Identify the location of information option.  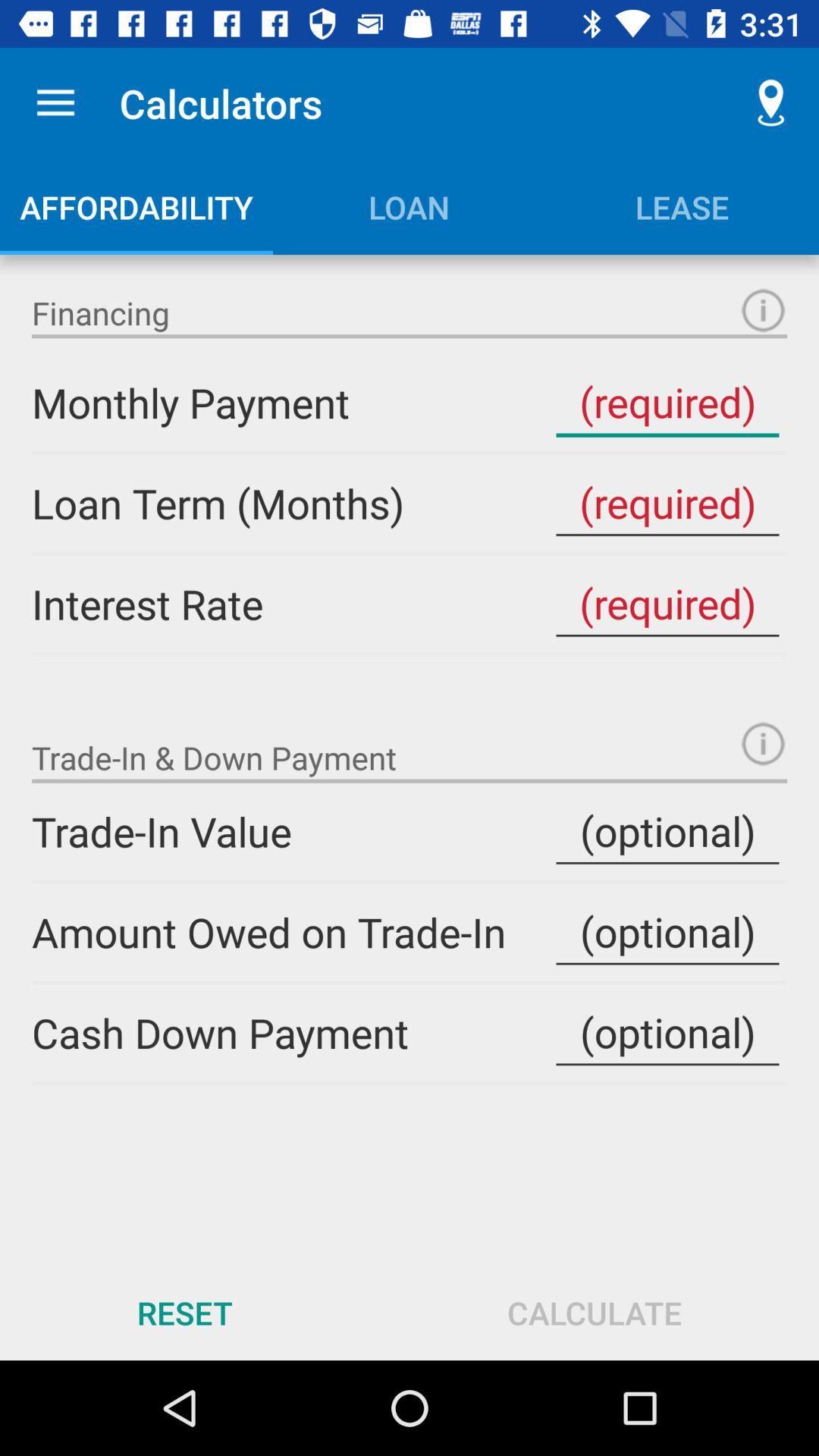
(763, 309).